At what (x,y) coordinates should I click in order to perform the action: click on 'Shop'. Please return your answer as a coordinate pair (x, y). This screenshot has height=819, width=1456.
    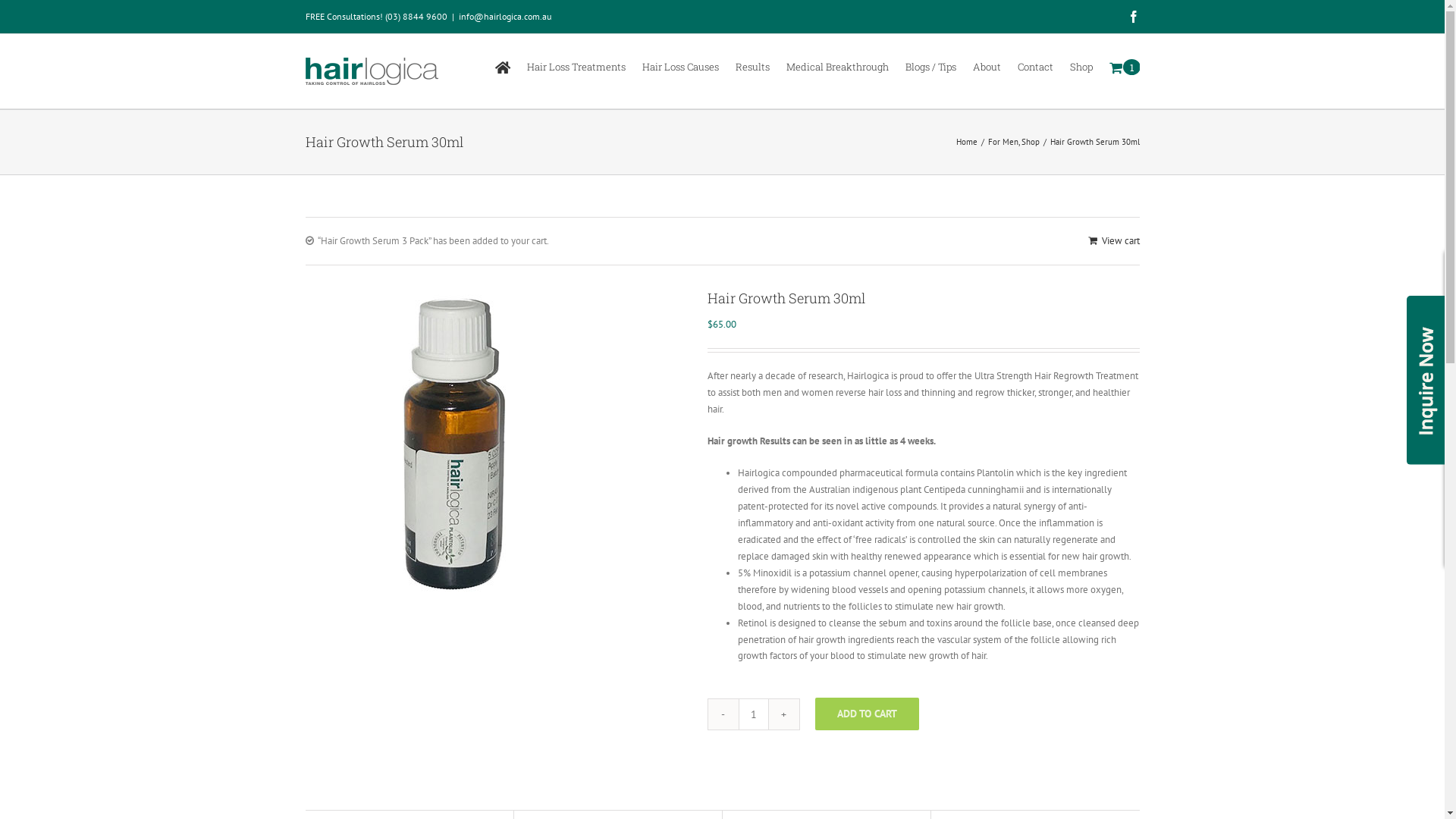
    Looking at the image, I should click on (1030, 141).